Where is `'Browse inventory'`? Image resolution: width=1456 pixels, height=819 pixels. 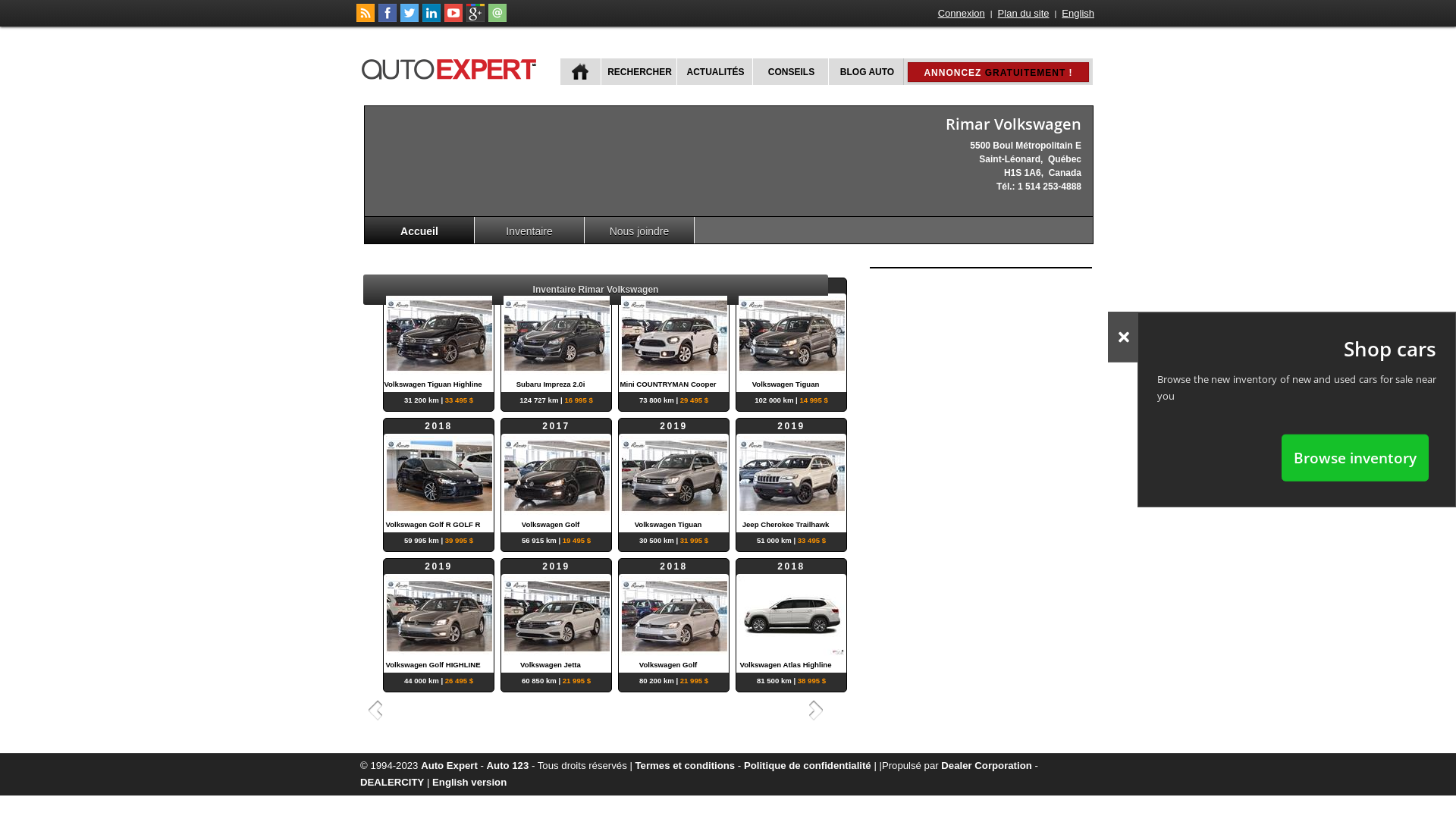 'Browse inventory' is located at coordinates (1280, 457).